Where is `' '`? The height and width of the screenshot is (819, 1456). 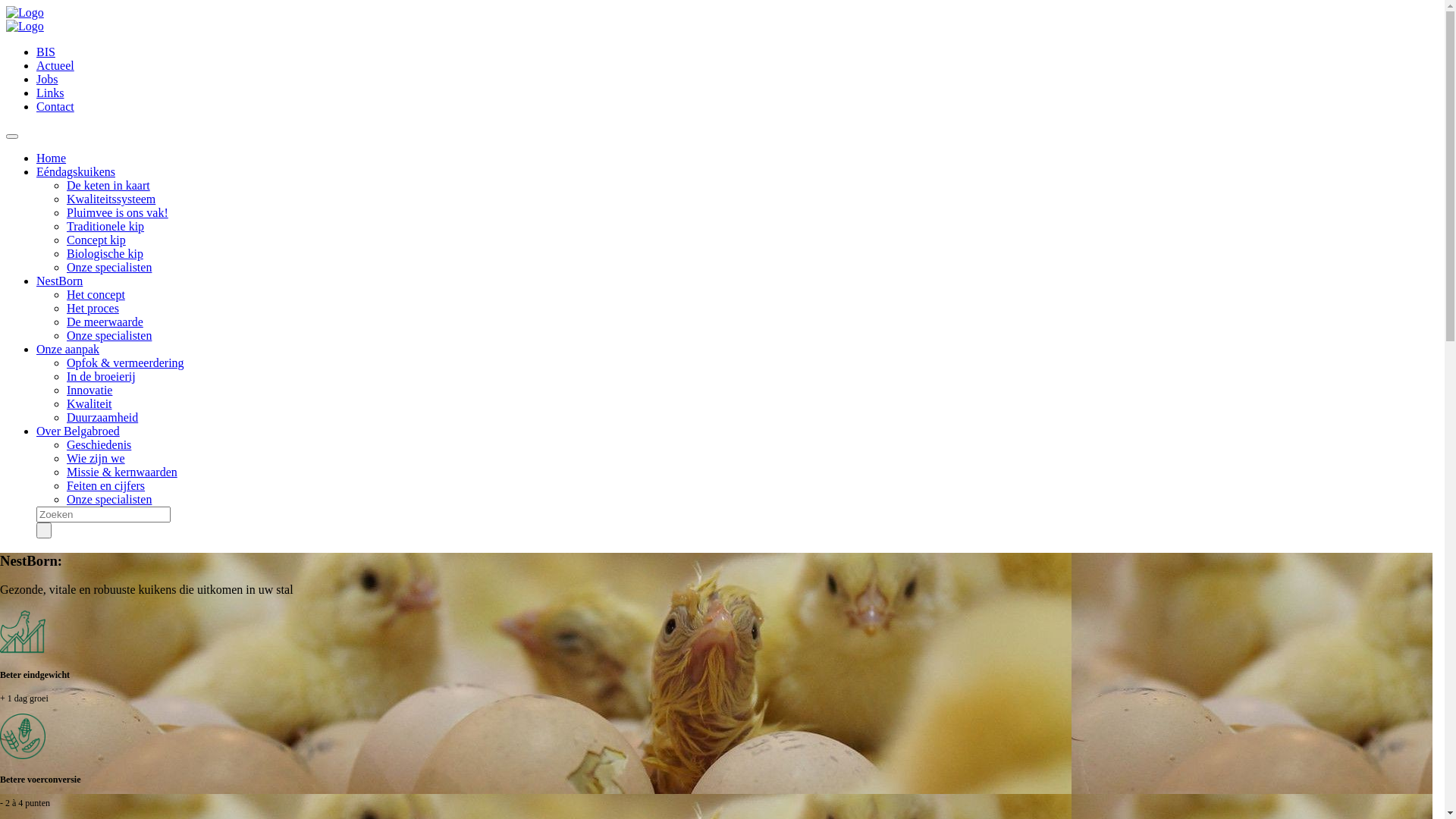 ' ' is located at coordinates (43, 529).